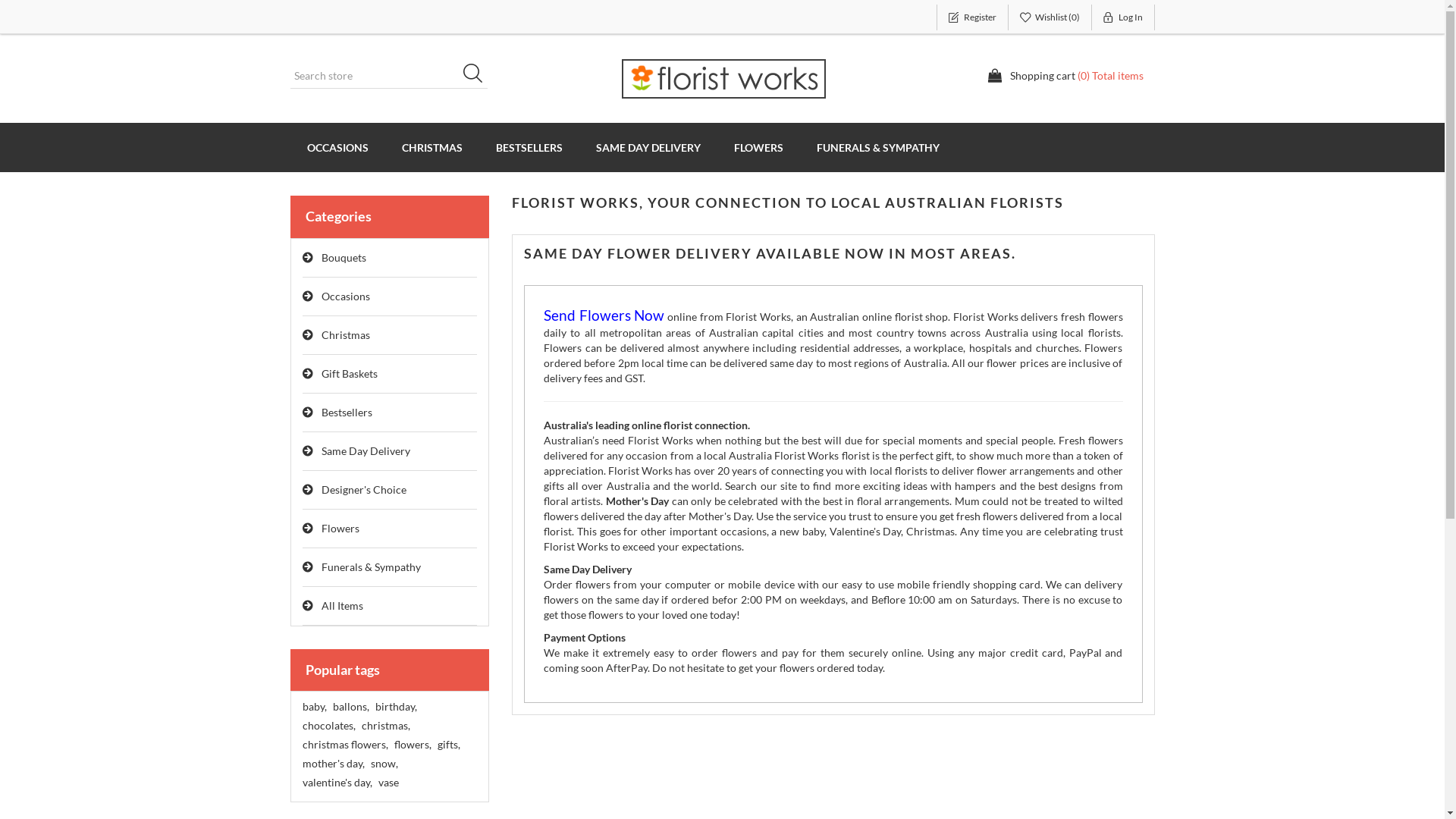 Image resolution: width=1456 pixels, height=819 pixels. I want to click on 'Funerals & Sympathy', so click(389, 567).